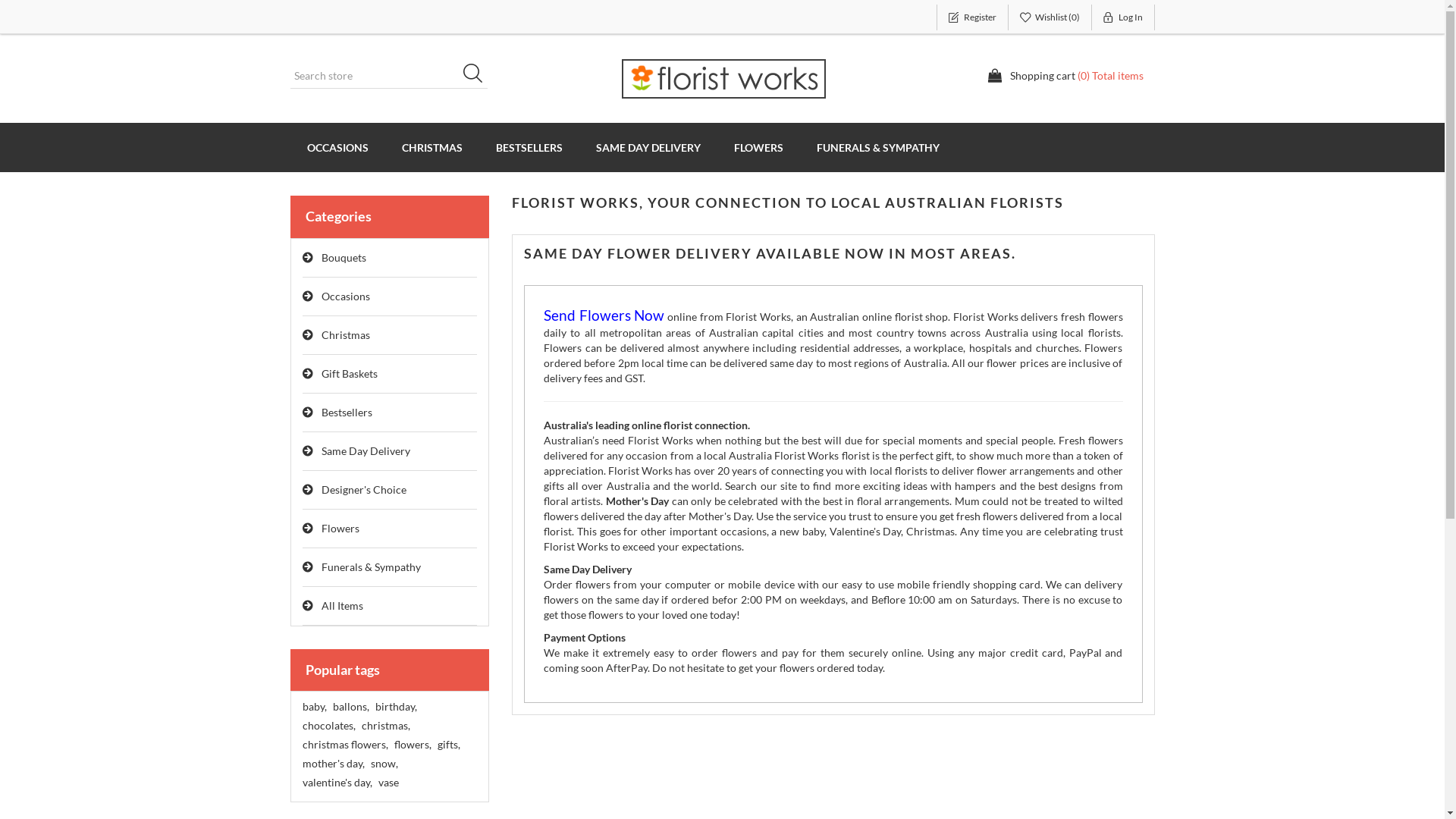 Image resolution: width=1456 pixels, height=819 pixels. I want to click on 'Funerals & Sympathy', so click(389, 567).